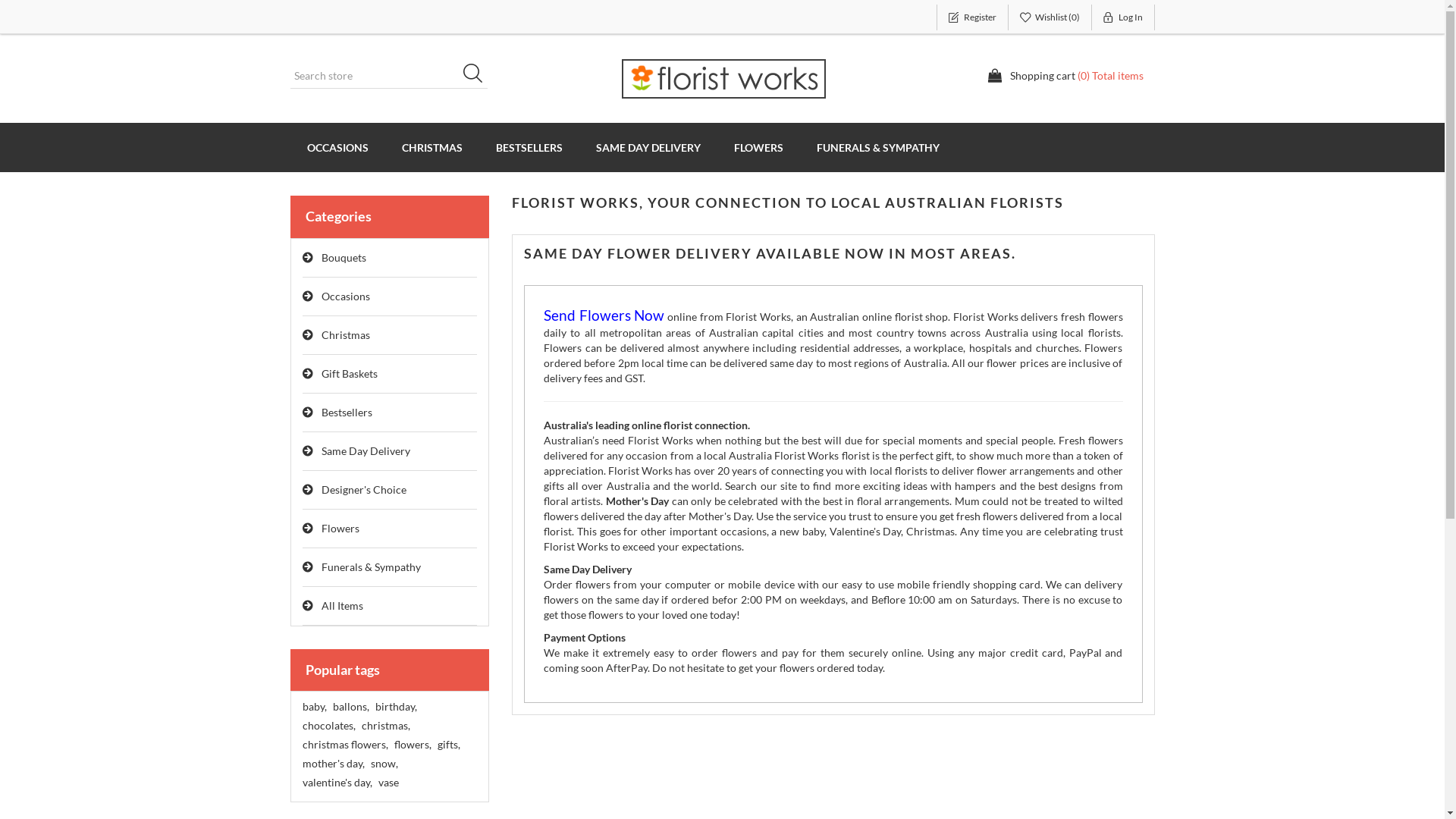 Image resolution: width=1456 pixels, height=819 pixels. I want to click on 'Funerals & Sympathy', so click(389, 567).